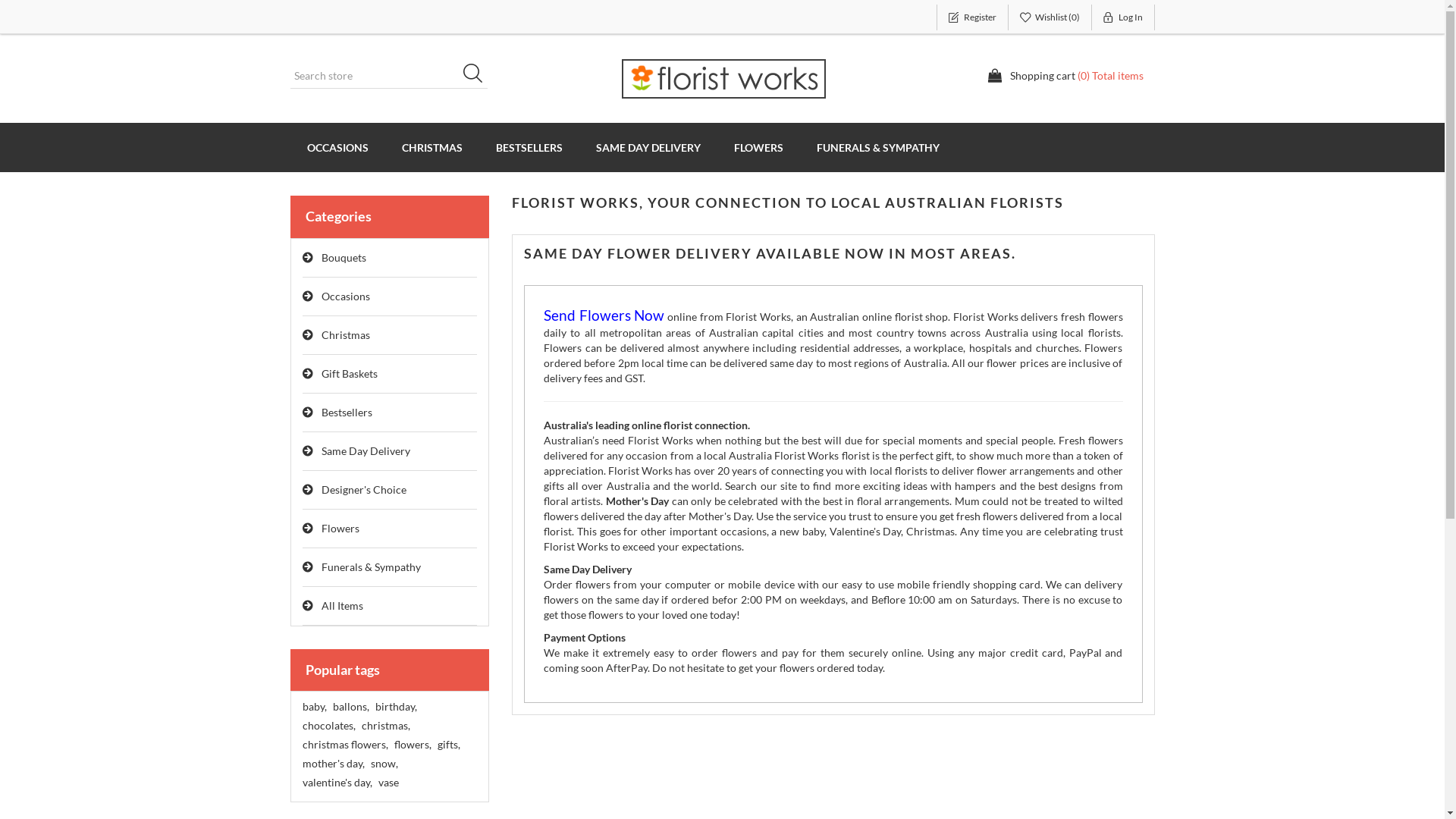 Image resolution: width=1456 pixels, height=819 pixels. I want to click on 'Funerals & Sympathy', so click(389, 567).